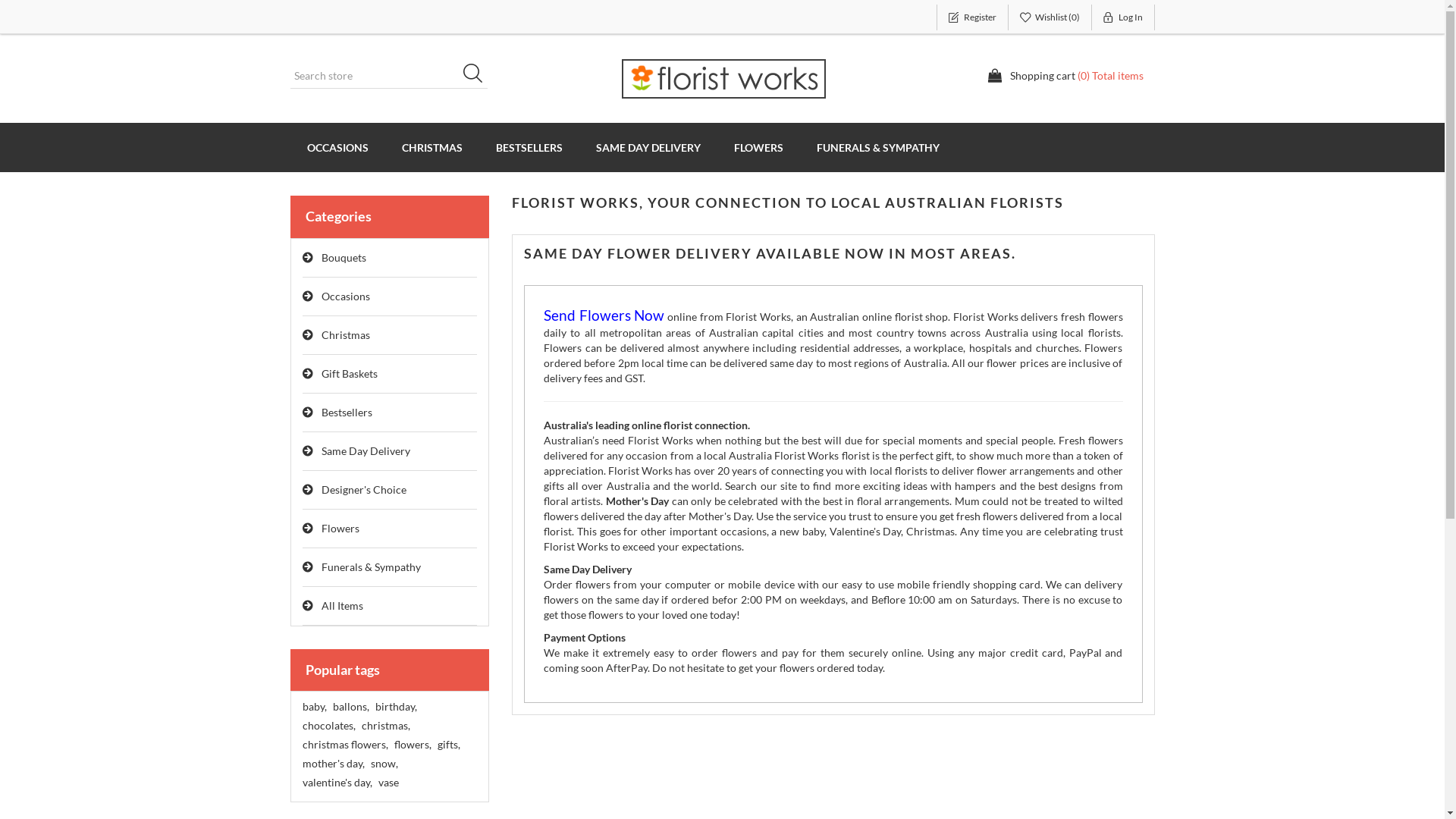 Image resolution: width=1456 pixels, height=819 pixels. I want to click on 'Funerals & Sympathy', so click(389, 567).